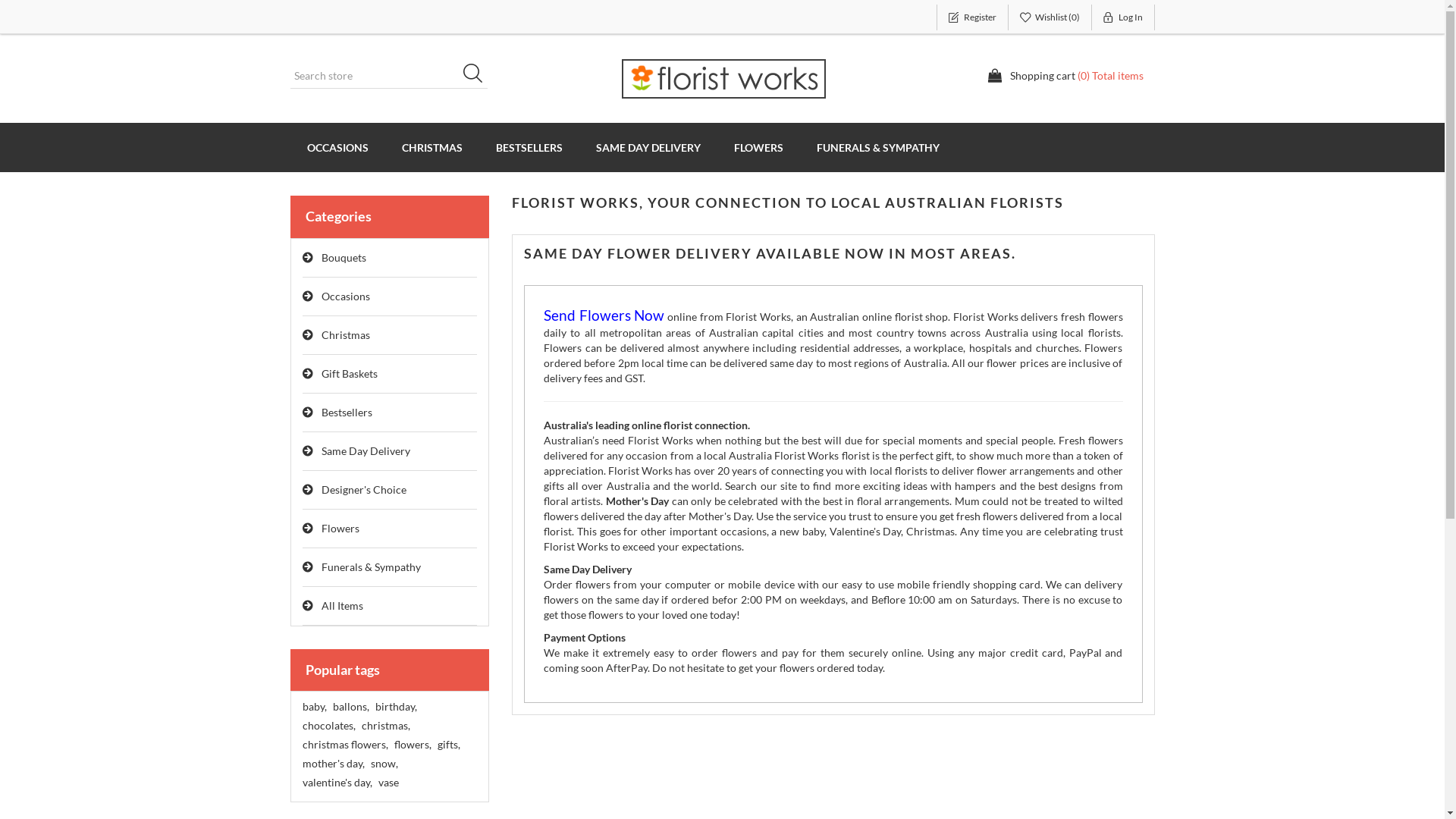 Image resolution: width=1456 pixels, height=819 pixels. I want to click on 'Funerals & Sympathy', so click(389, 567).